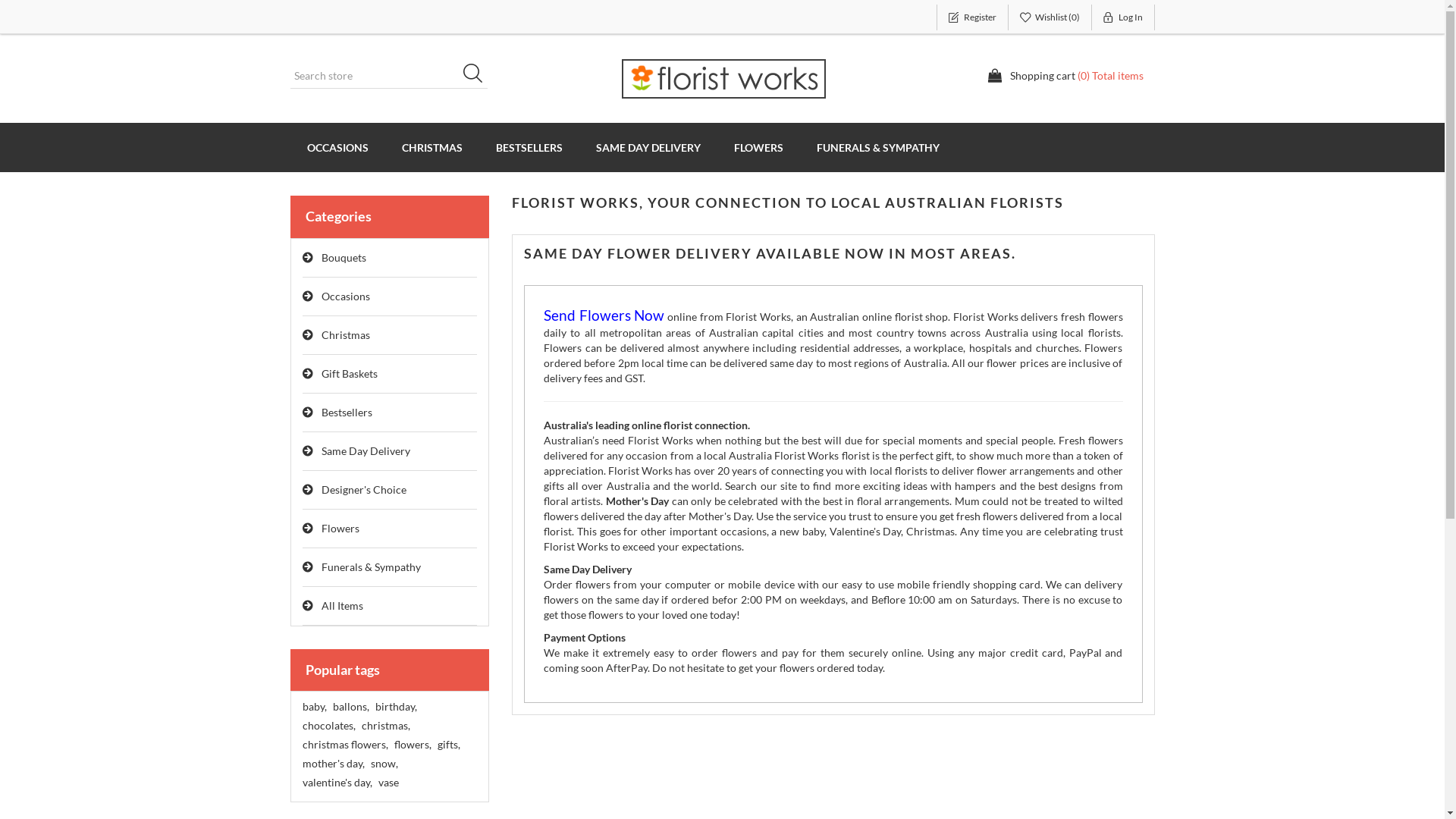 Image resolution: width=1456 pixels, height=819 pixels. I want to click on 'Funerals & Sympathy', so click(389, 567).